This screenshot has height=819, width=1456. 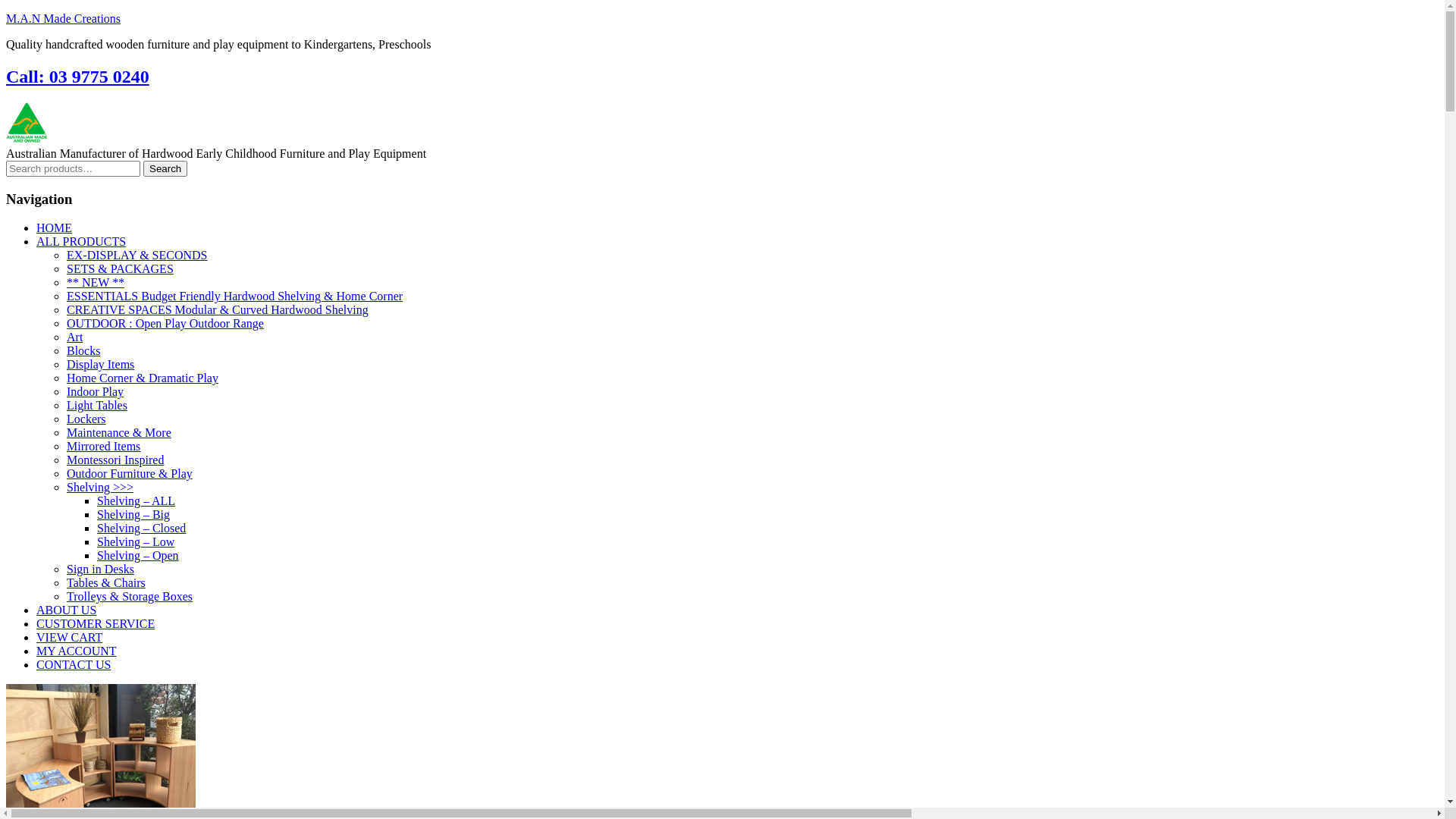 What do you see at coordinates (102, 445) in the screenshot?
I see `'Mirrored Items'` at bounding box center [102, 445].